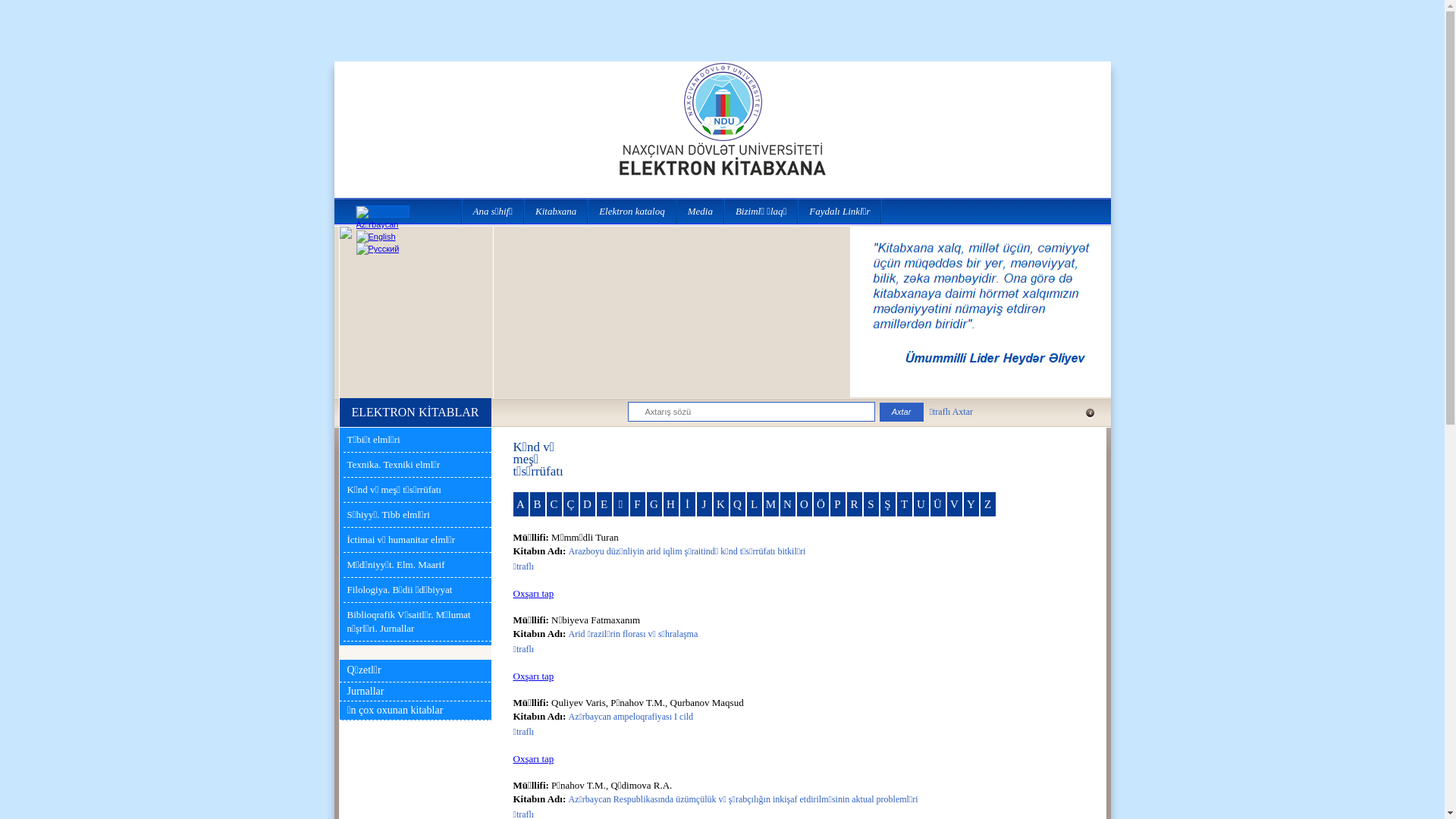  I want to click on 'B', so click(537, 504).